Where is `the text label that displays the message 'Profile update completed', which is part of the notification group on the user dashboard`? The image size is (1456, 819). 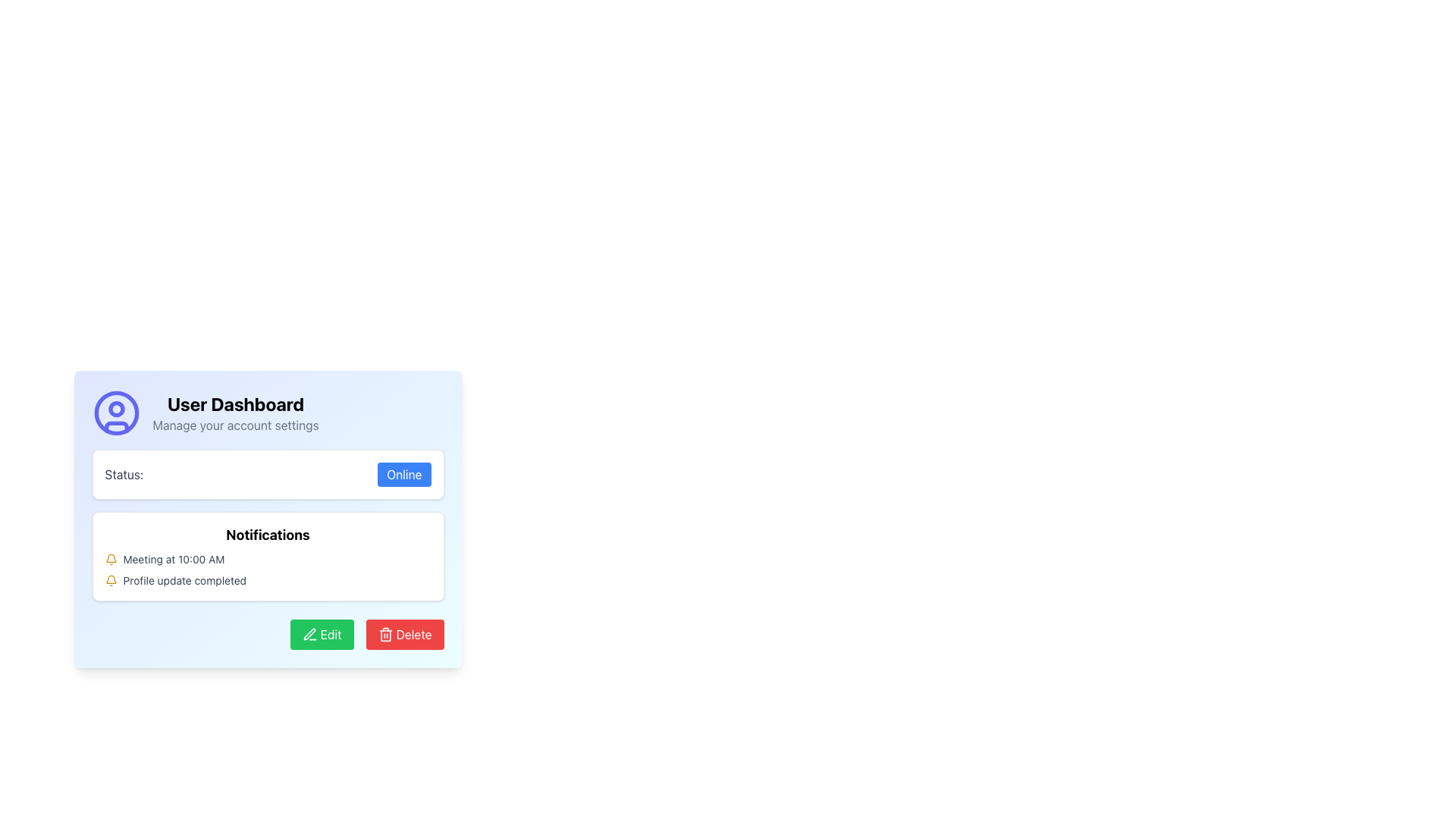
the text label that displays the message 'Profile update completed', which is part of the notification group on the user dashboard is located at coordinates (184, 580).